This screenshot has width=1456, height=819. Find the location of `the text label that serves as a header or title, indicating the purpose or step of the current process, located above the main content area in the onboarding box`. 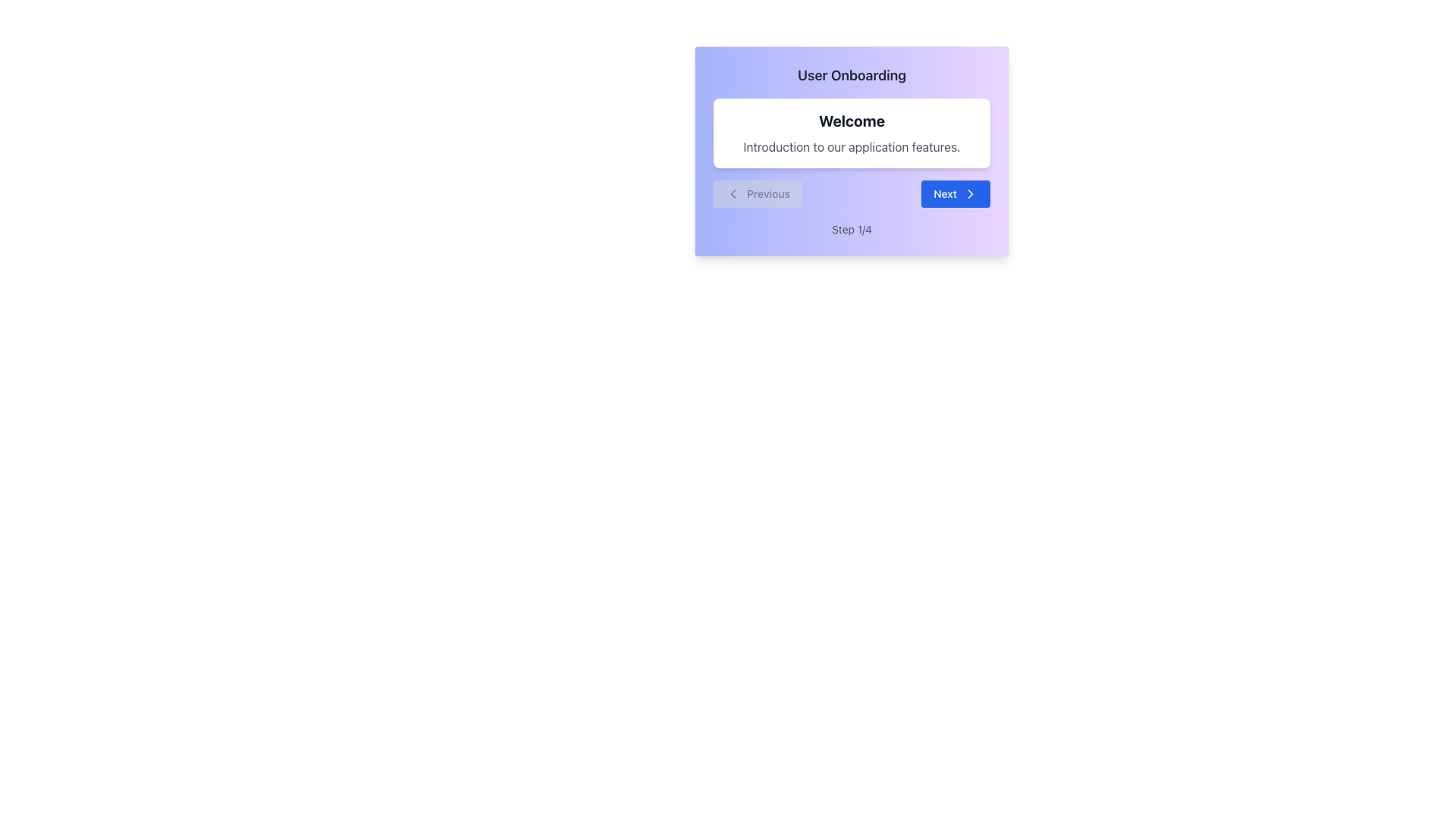

the text label that serves as a header or title, indicating the purpose or step of the current process, located above the main content area in the onboarding box is located at coordinates (852, 76).